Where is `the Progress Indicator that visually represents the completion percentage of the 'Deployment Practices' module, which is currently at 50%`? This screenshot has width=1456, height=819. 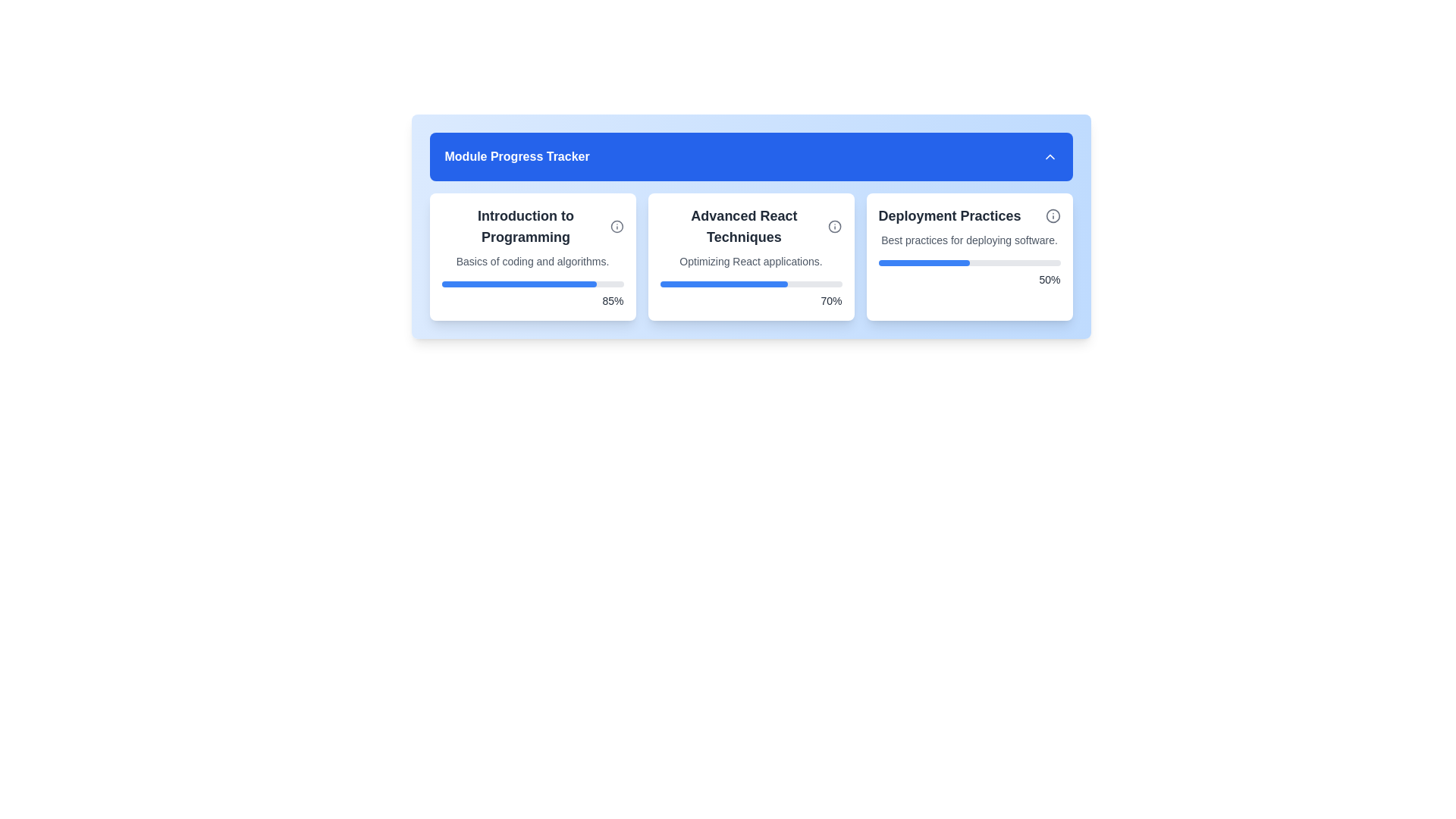 the Progress Indicator that visually represents the completion percentage of the 'Deployment Practices' module, which is currently at 50% is located at coordinates (923, 262).